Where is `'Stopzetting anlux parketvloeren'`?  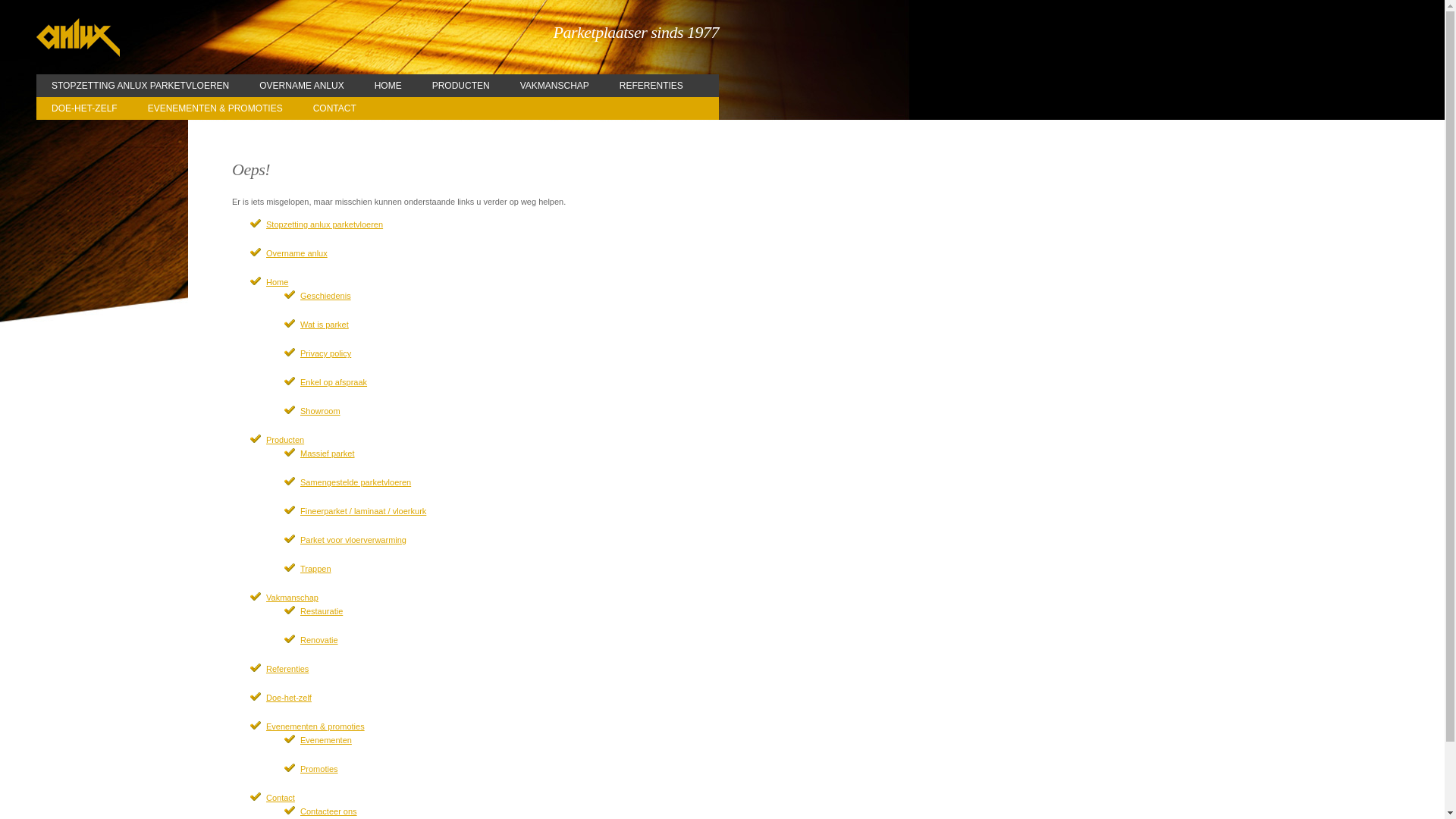 'Stopzetting anlux parketvloeren' is located at coordinates (323, 224).